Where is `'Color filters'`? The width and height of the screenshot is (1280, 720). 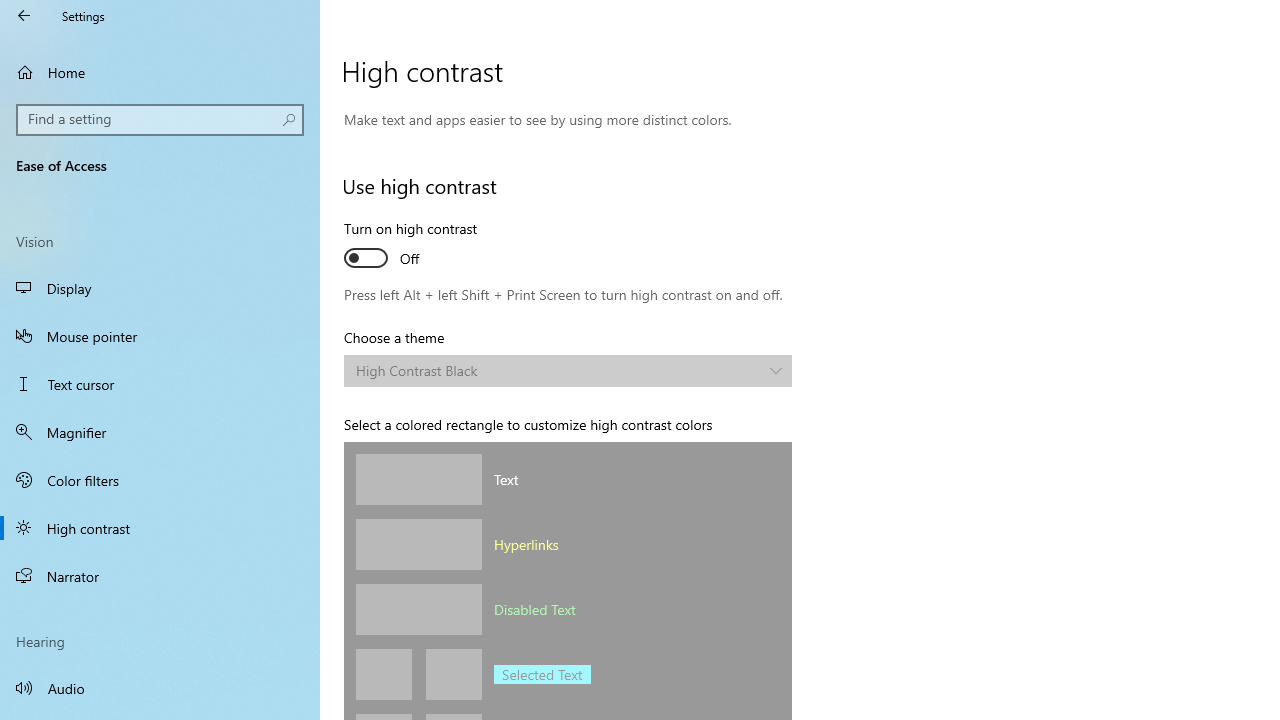
'Color filters' is located at coordinates (160, 479).